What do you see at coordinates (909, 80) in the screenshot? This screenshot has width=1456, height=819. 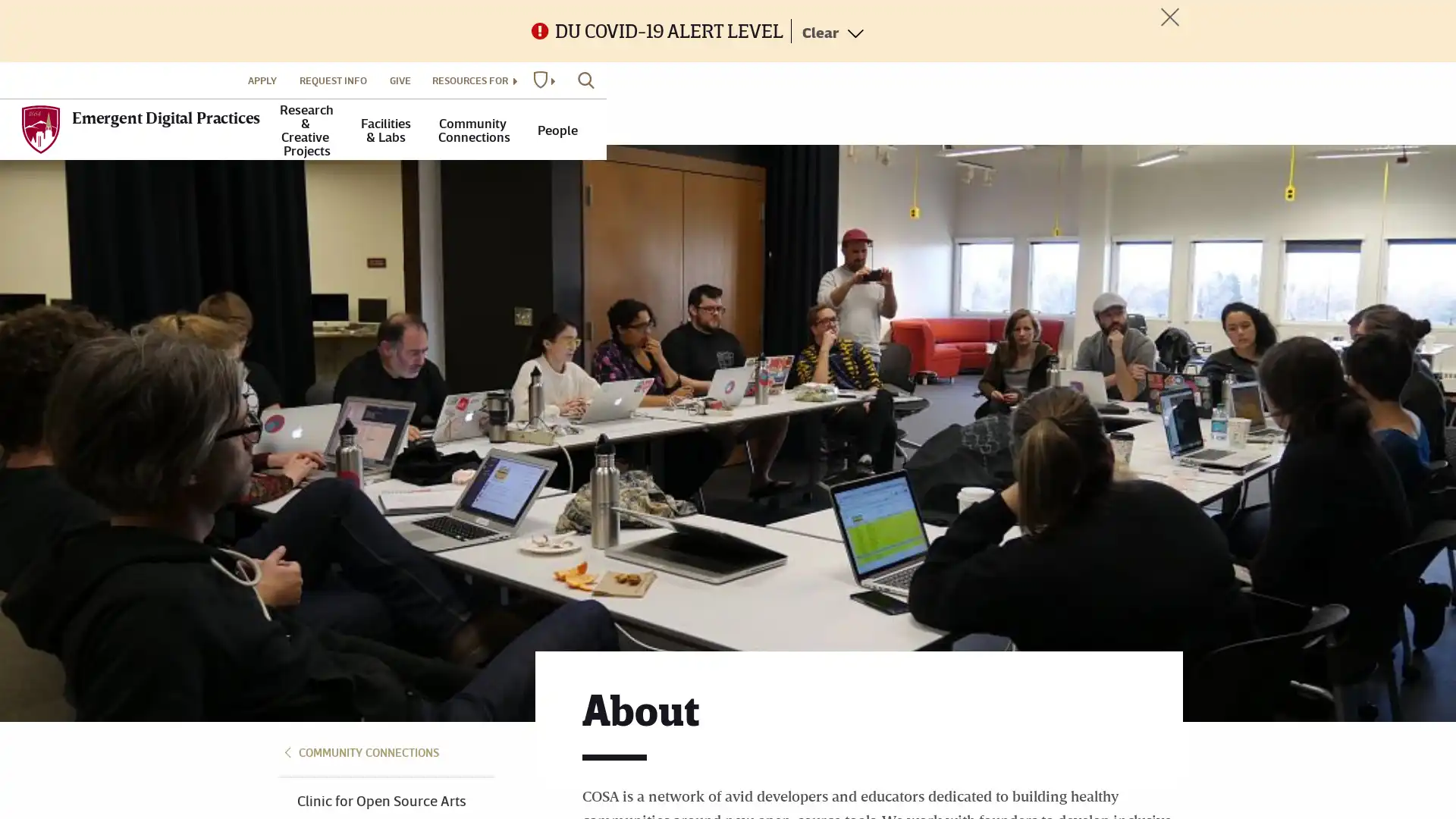 I see `REQUEST INFO` at bounding box center [909, 80].